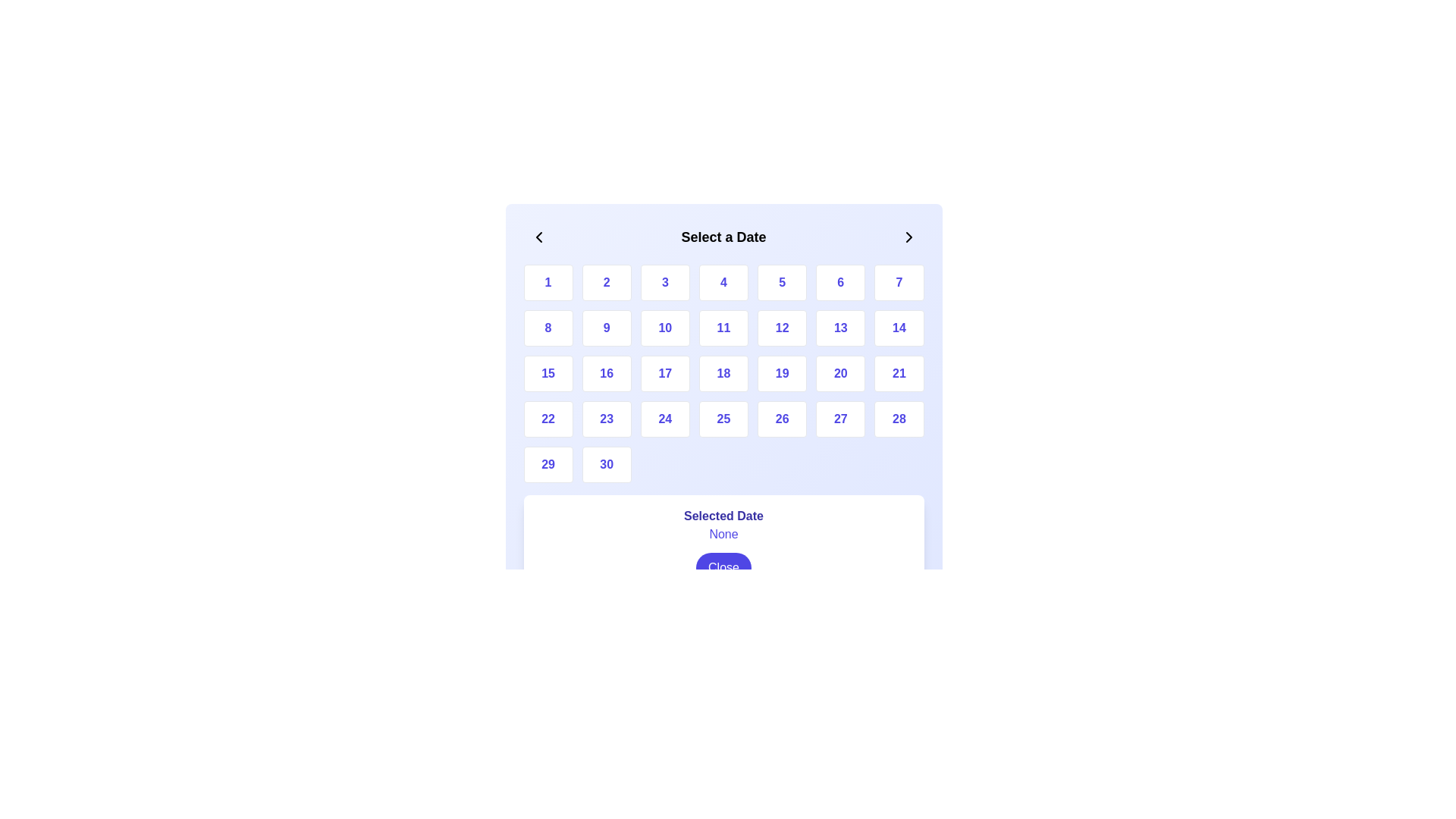 This screenshot has height=819, width=1456. I want to click on the third button, so click(665, 327).